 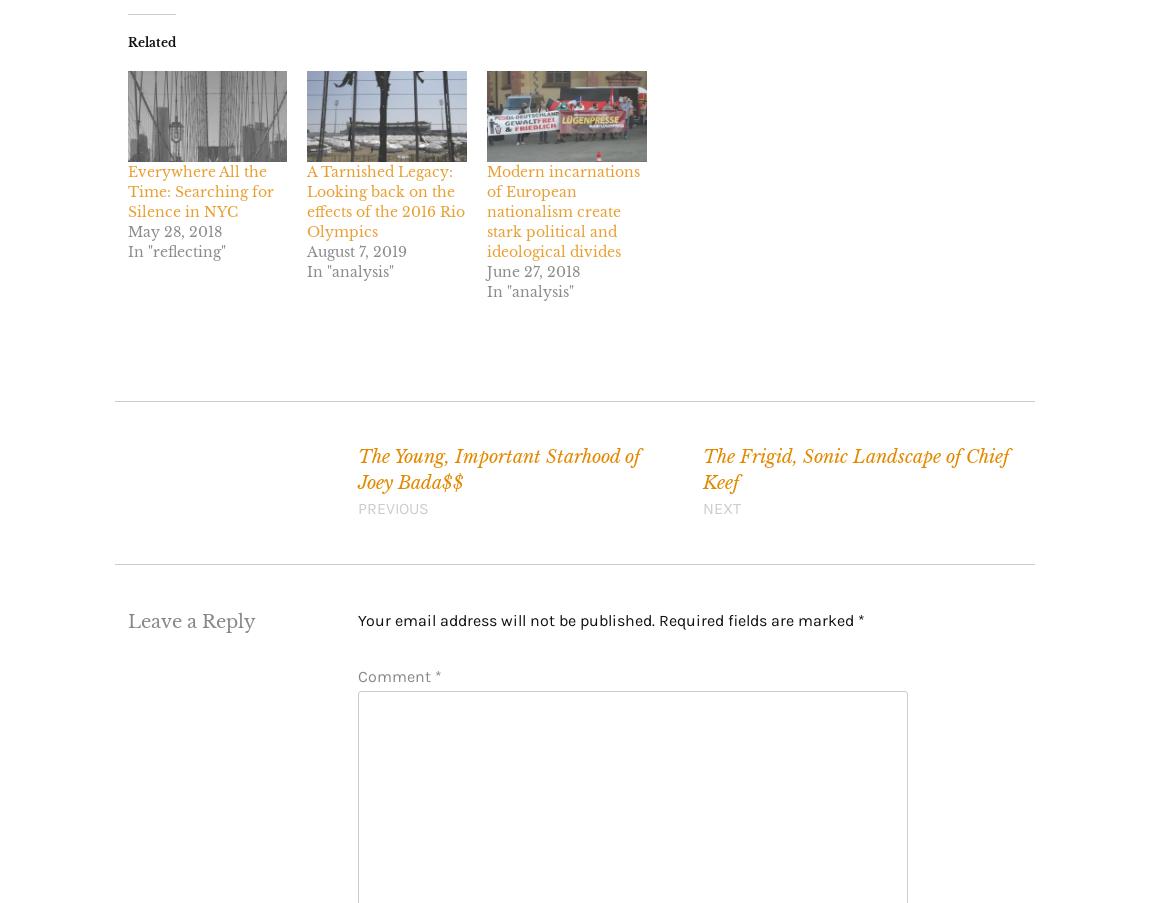 I want to click on 'Post navigation', so click(x=195, y=458).